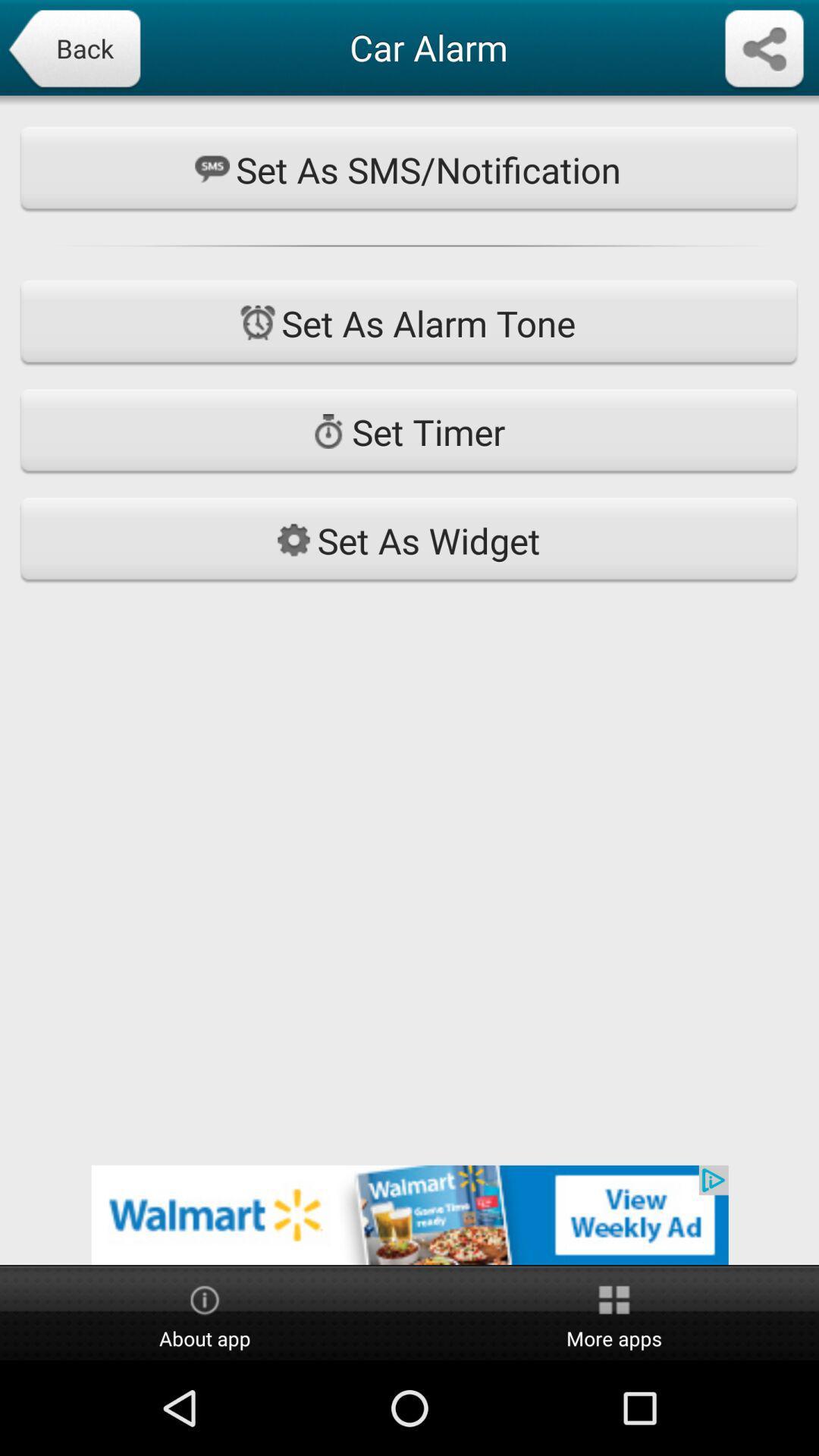  Describe the element at coordinates (409, 1215) in the screenshot. I see `the add image` at that location.